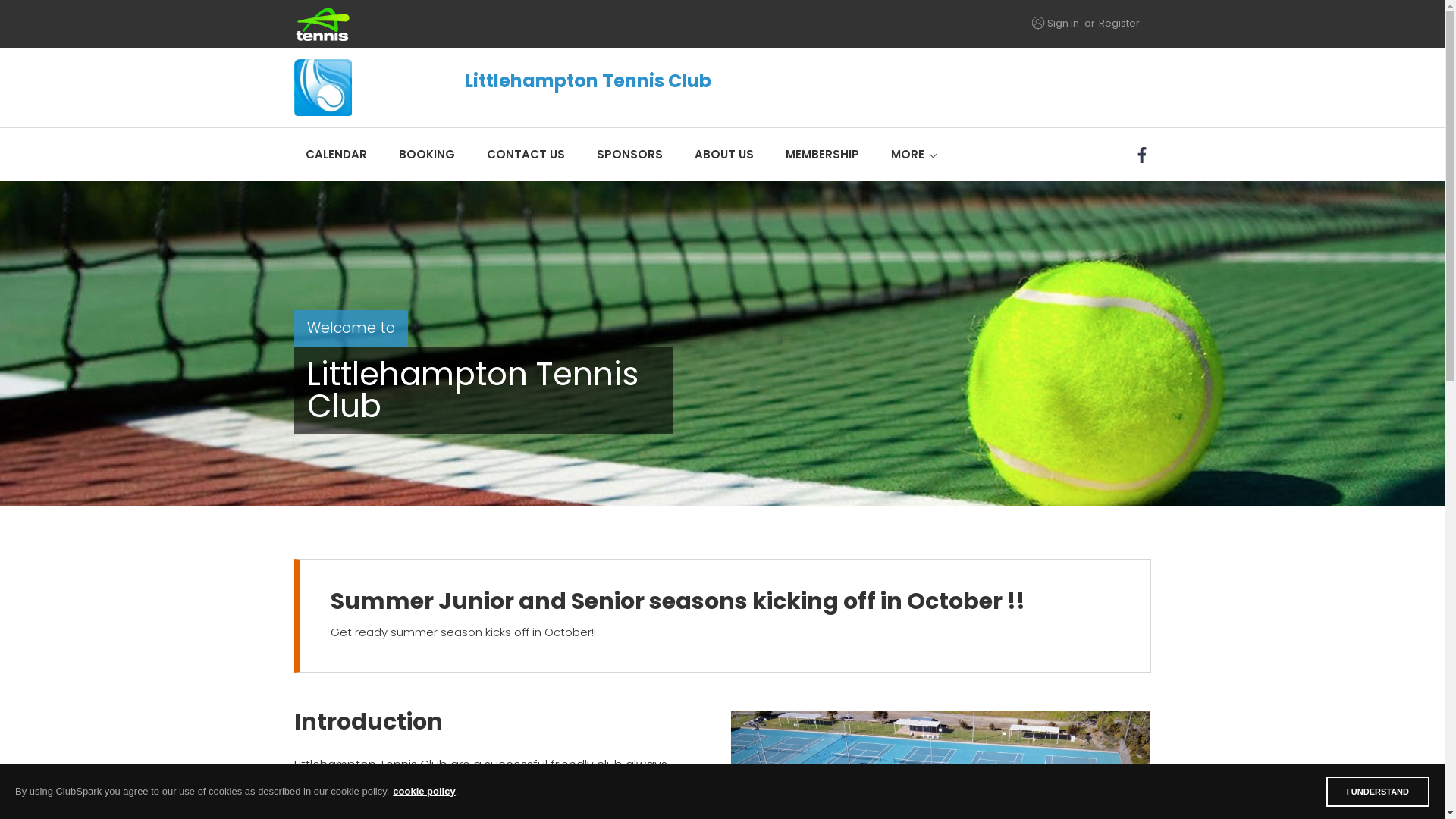 This screenshot has height=819, width=1456. What do you see at coordinates (473, 155) in the screenshot?
I see `'CONTACT US'` at bounding box center [473, 155].